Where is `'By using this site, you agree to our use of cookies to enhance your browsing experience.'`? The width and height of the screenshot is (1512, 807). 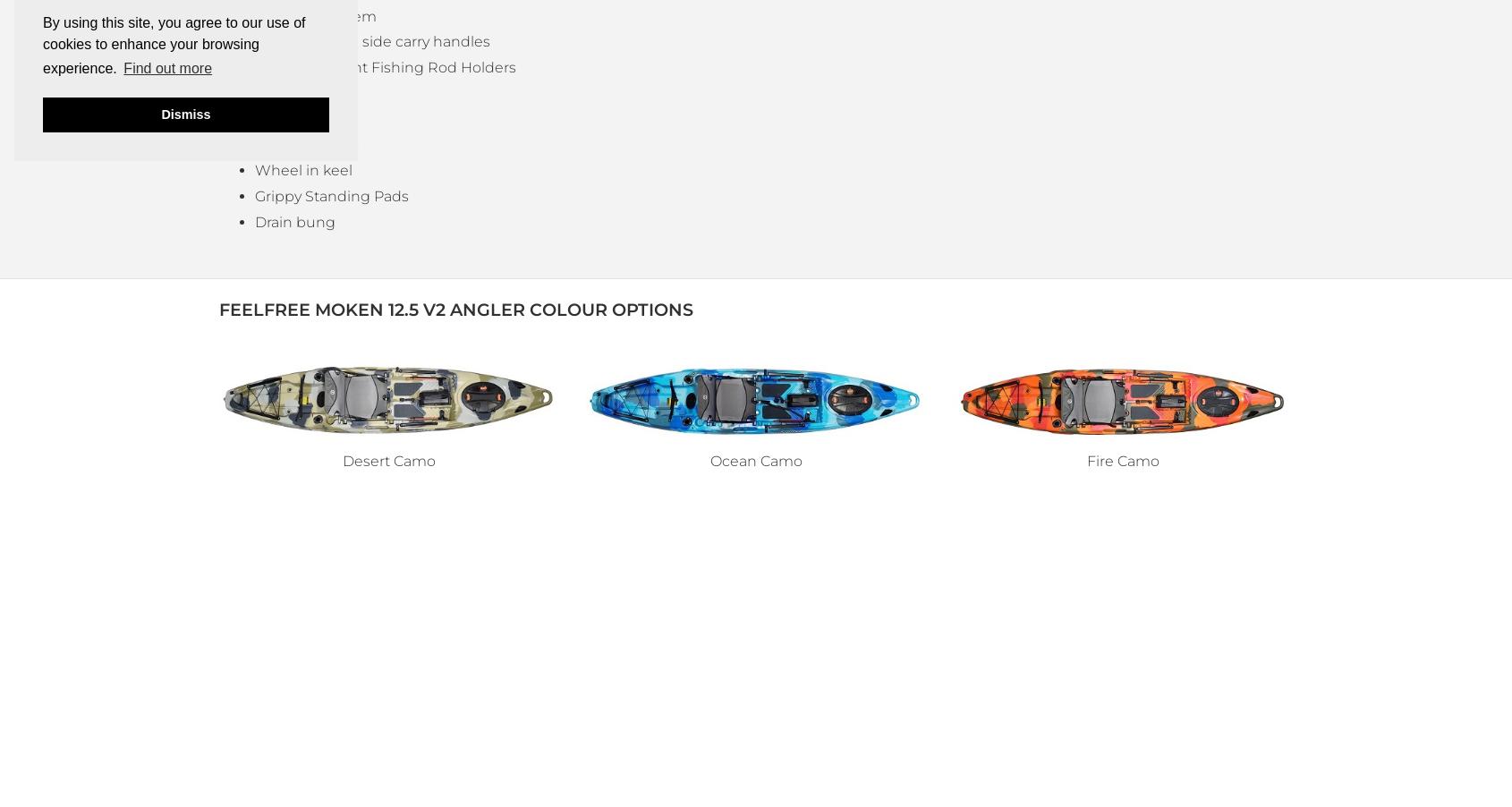
'By using this site, you agree to our use of cookies to enhance your browsing experience.' is located at coordinates (41, 44).